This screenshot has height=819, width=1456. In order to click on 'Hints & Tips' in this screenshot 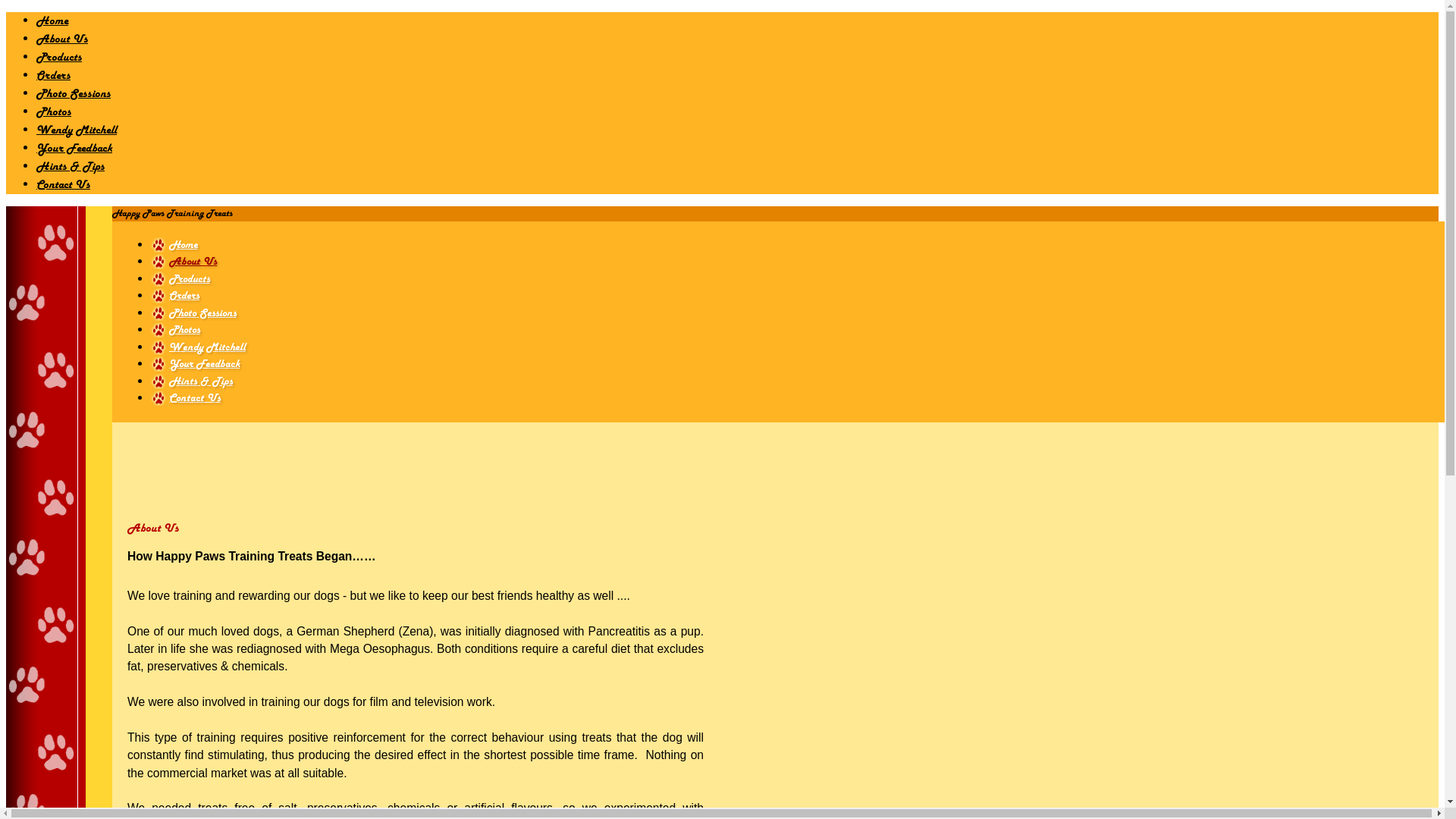, I will do `click(69, 166)`.